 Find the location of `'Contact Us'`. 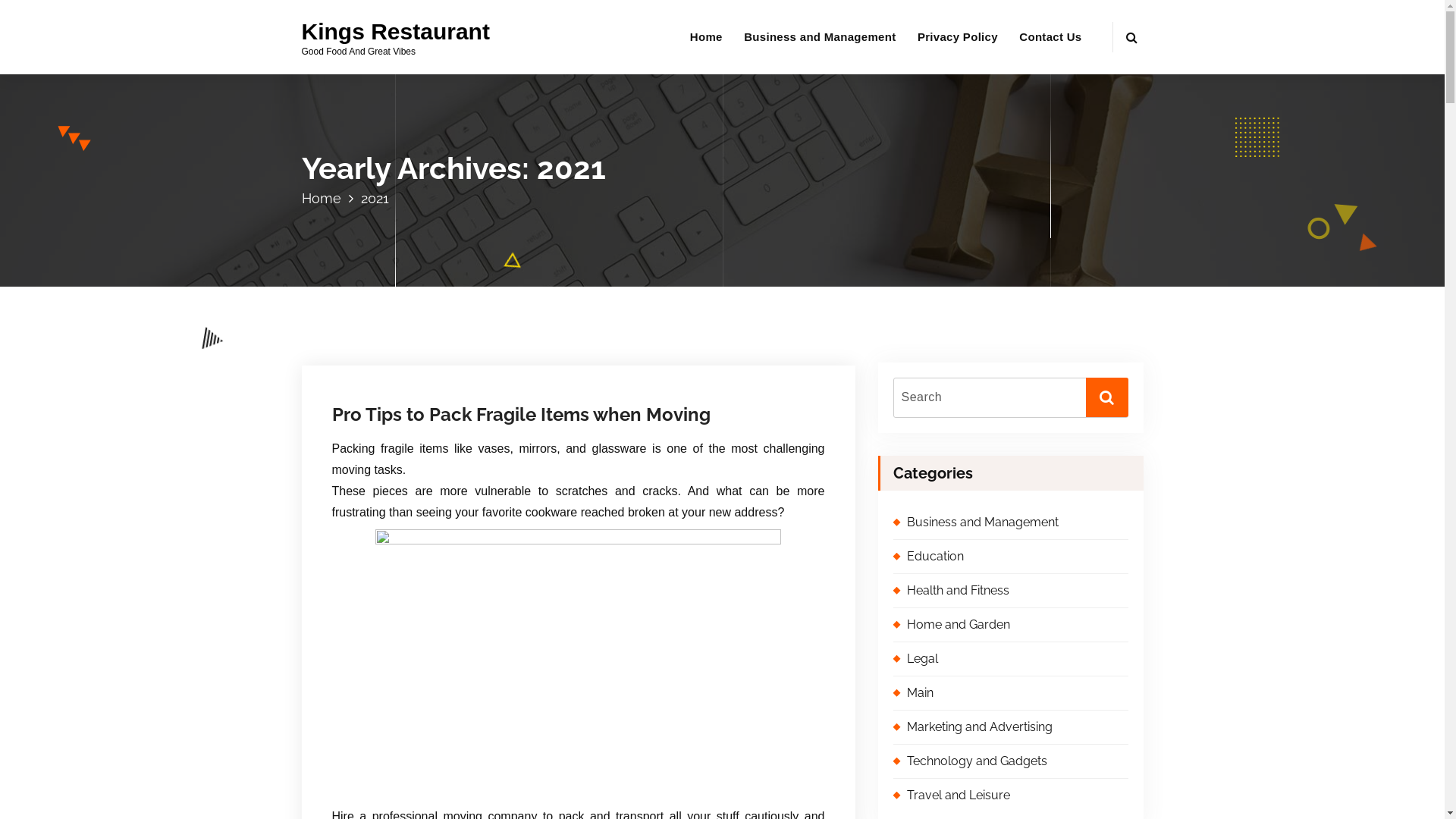

'Contact Us' is located at coordinates (1050, 36).